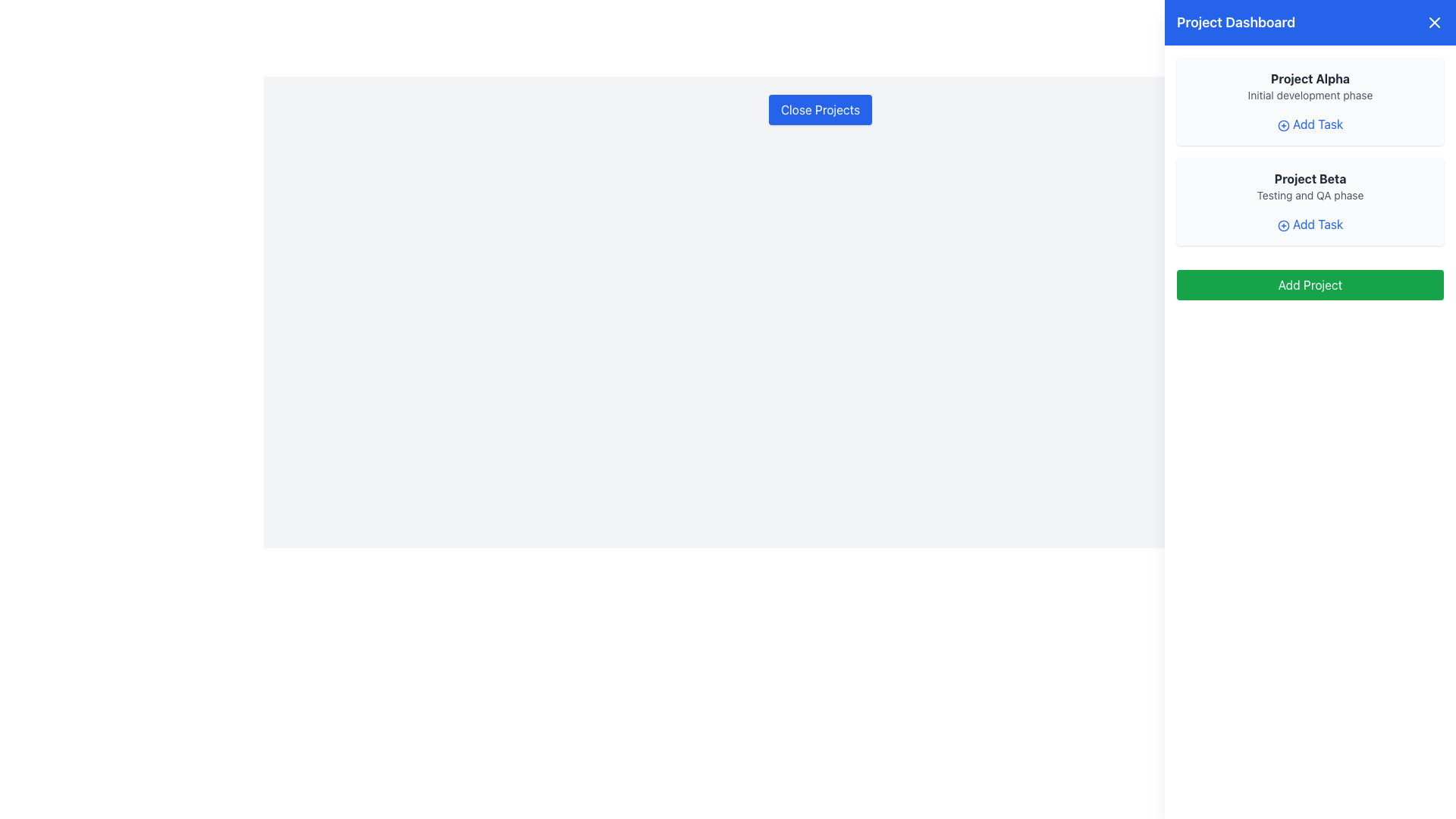 The width and height of the screenshot is (1456, 819). What do you see at coordinates (1310, 195) in the screenshot?
I see `the text label displaying 'Testing and QA phase' in light gray font, which is located beneath the heading 'Project Beta'` at bounding box center [1310, 195].